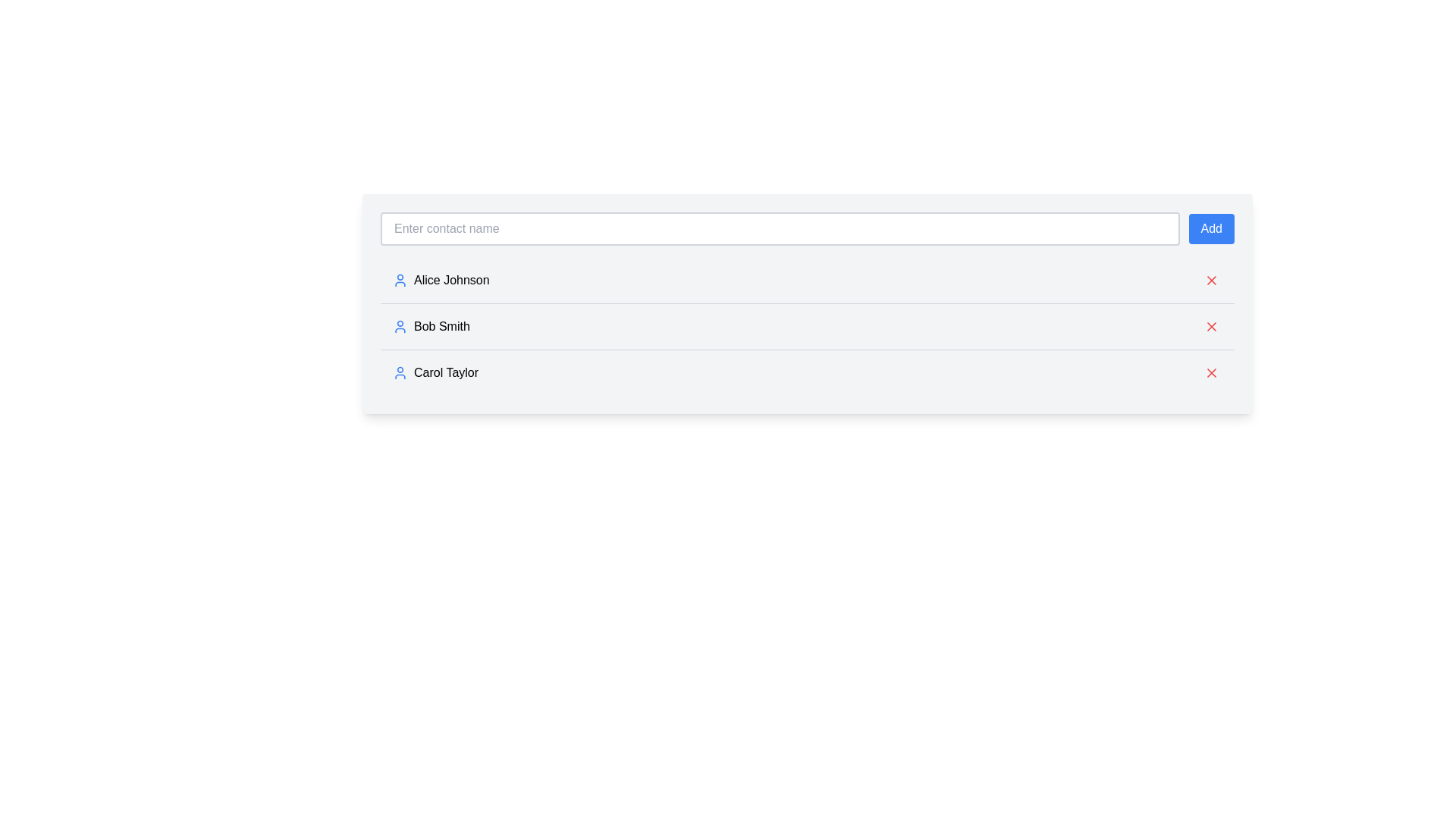  Describe the element at coordinates (1211, 326) in the screenshot. I see `the red-colored button with a cross icon located on the far-right side of the list entry for 'Bob Smith'` at that location.